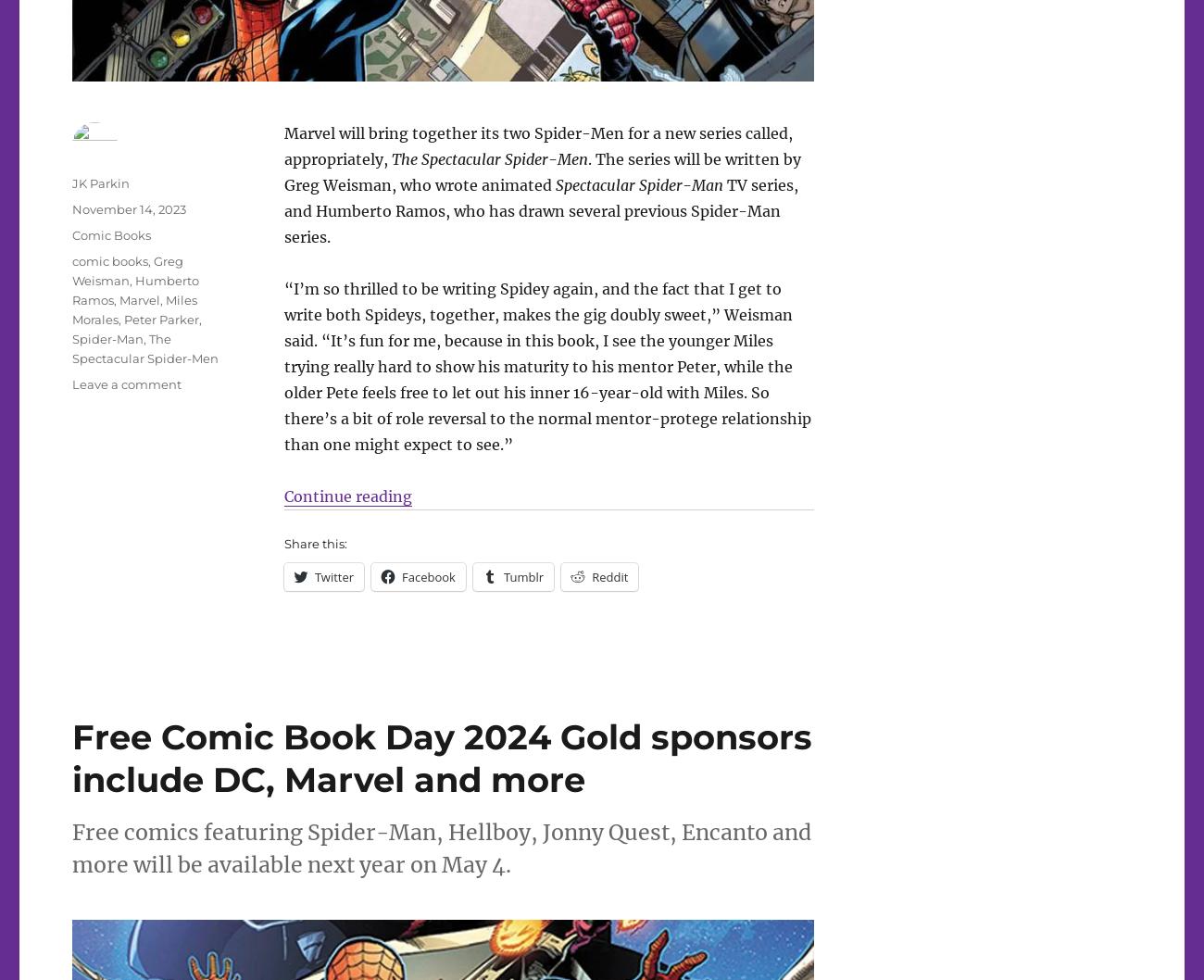 This screenshot has width=1204, height=980. Describe the element at coordinates (521, 575) in the screenshot. I see `'Tumblr'` at that location.